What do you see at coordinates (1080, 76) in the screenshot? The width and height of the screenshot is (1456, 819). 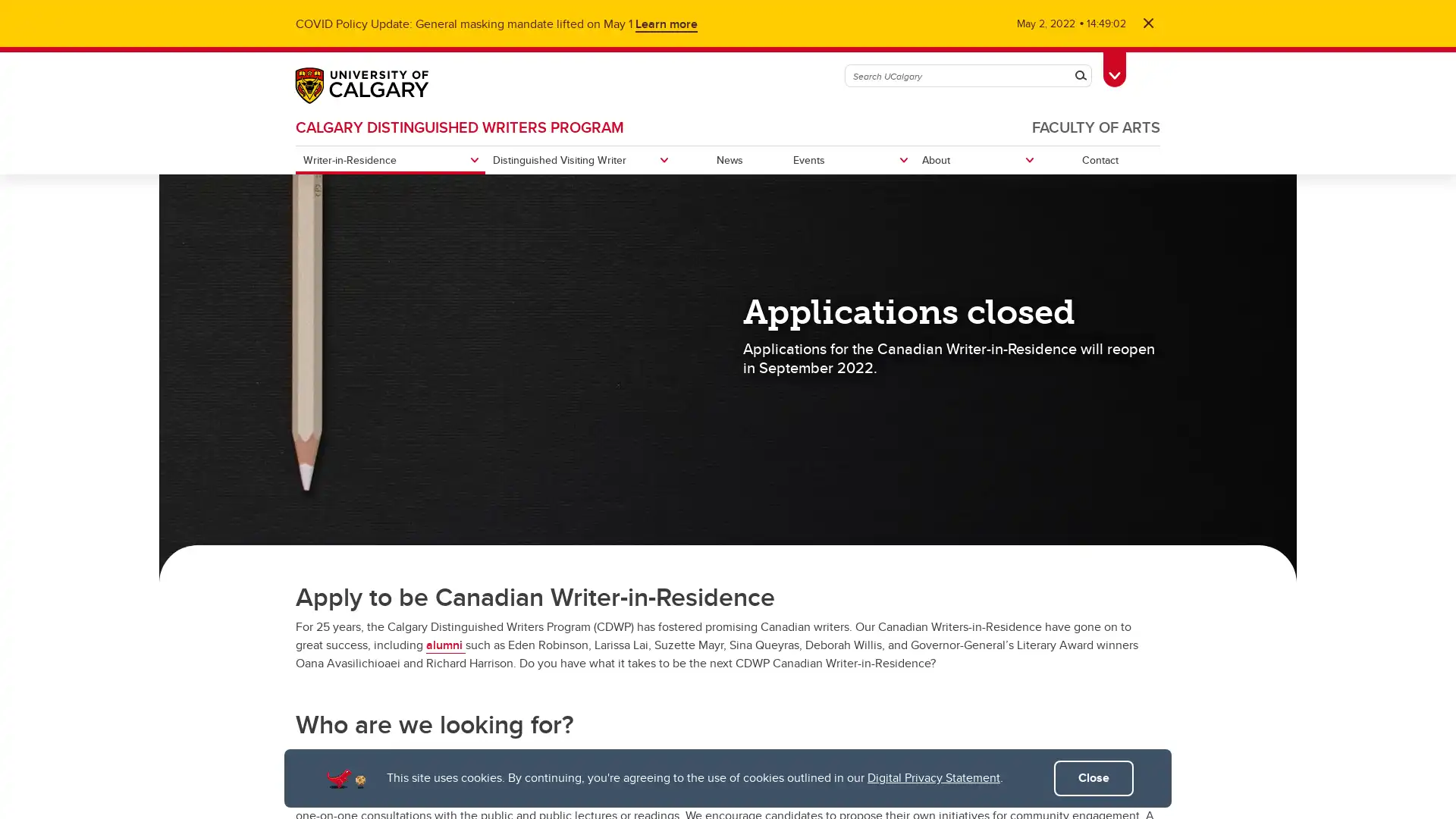 I see `Search` at bounding box center [1080, 76].